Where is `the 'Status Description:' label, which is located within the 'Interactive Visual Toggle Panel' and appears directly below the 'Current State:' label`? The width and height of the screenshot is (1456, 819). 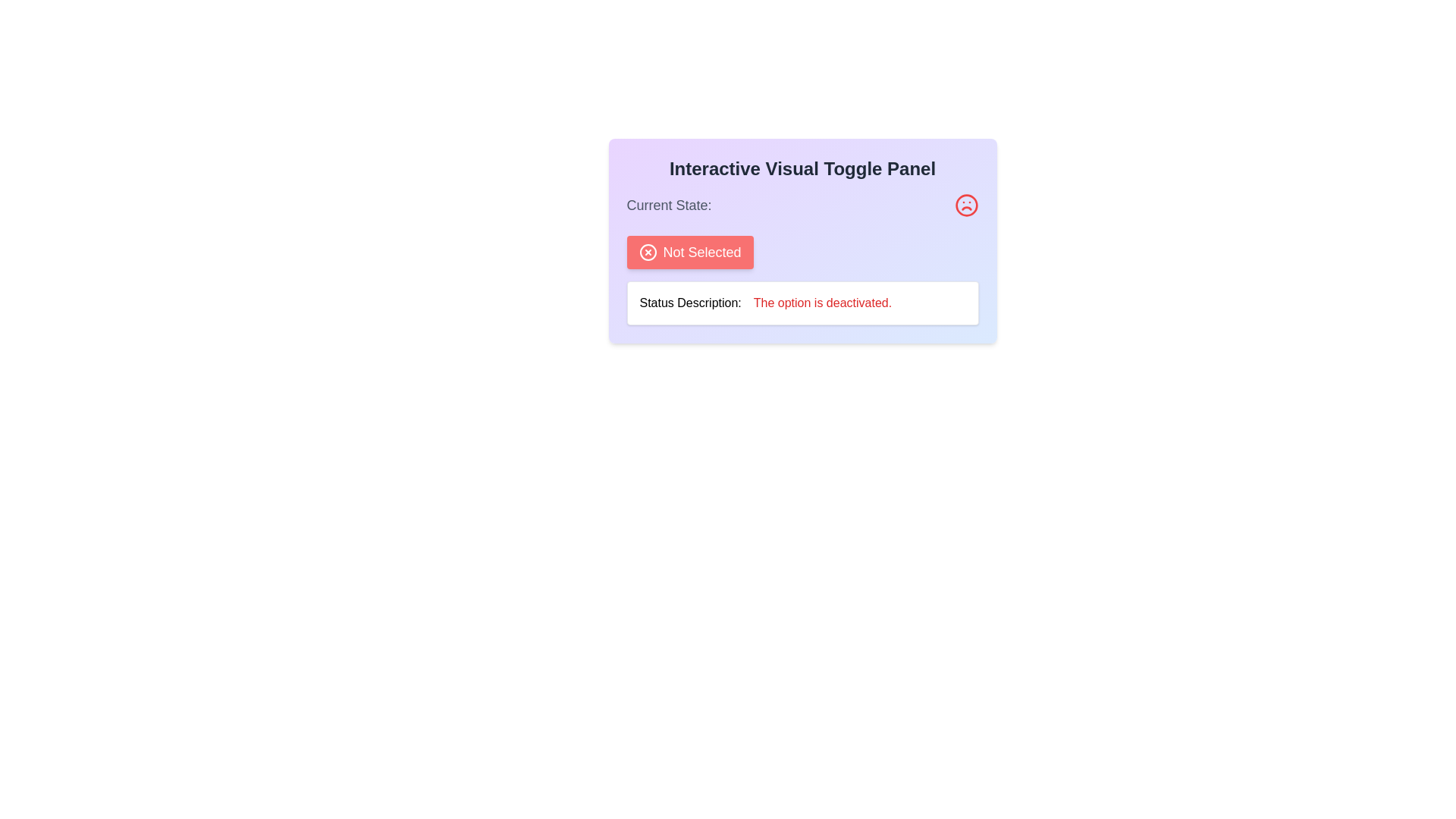
the 'Status Description:' label, which is located within the 'Interactive Visual Toggle Panel' and appears directly below the 'Current State:' label is located at coordinates (689, 303).